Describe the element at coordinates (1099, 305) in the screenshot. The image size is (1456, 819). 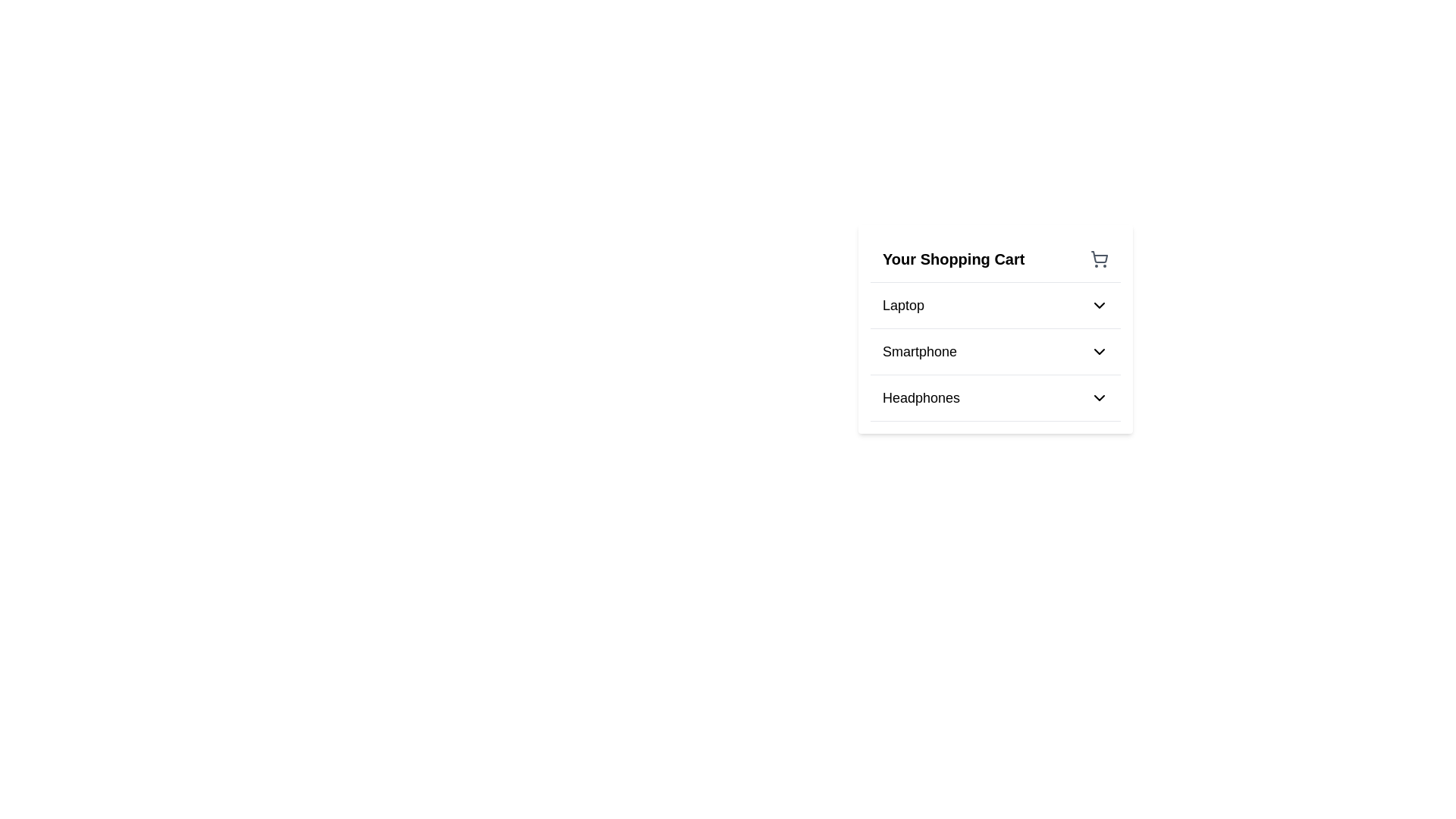
I see `the chevron-down toggle icon located to the far right of the 'Laptop' list item to observe potential hover effects` at that location.